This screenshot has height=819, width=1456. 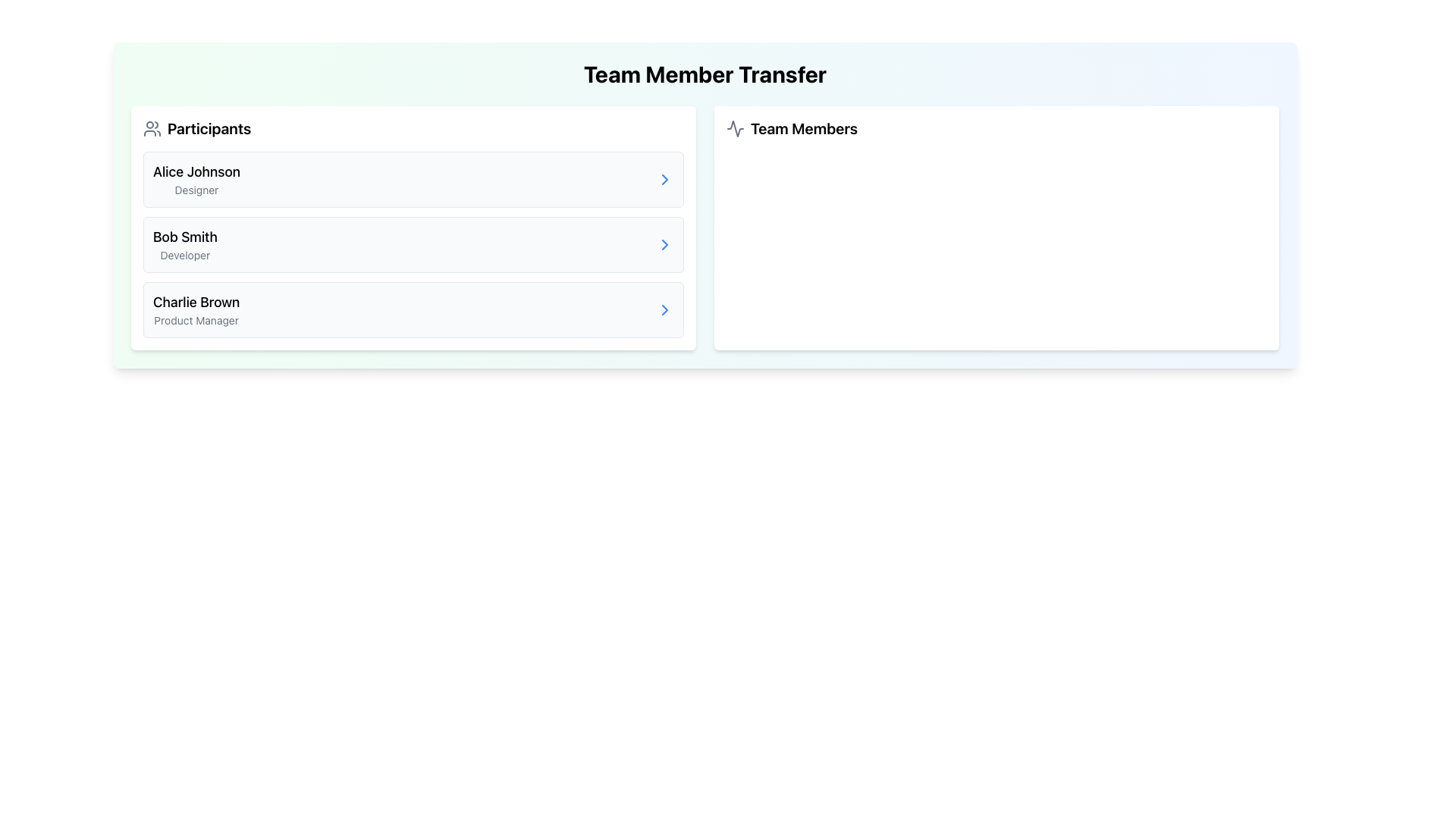 I want to click on the navigational icon located in the second row under the 'Participants' section, aligned to the far right next to the name and role labels for navigation, so click(x=665, y=244).